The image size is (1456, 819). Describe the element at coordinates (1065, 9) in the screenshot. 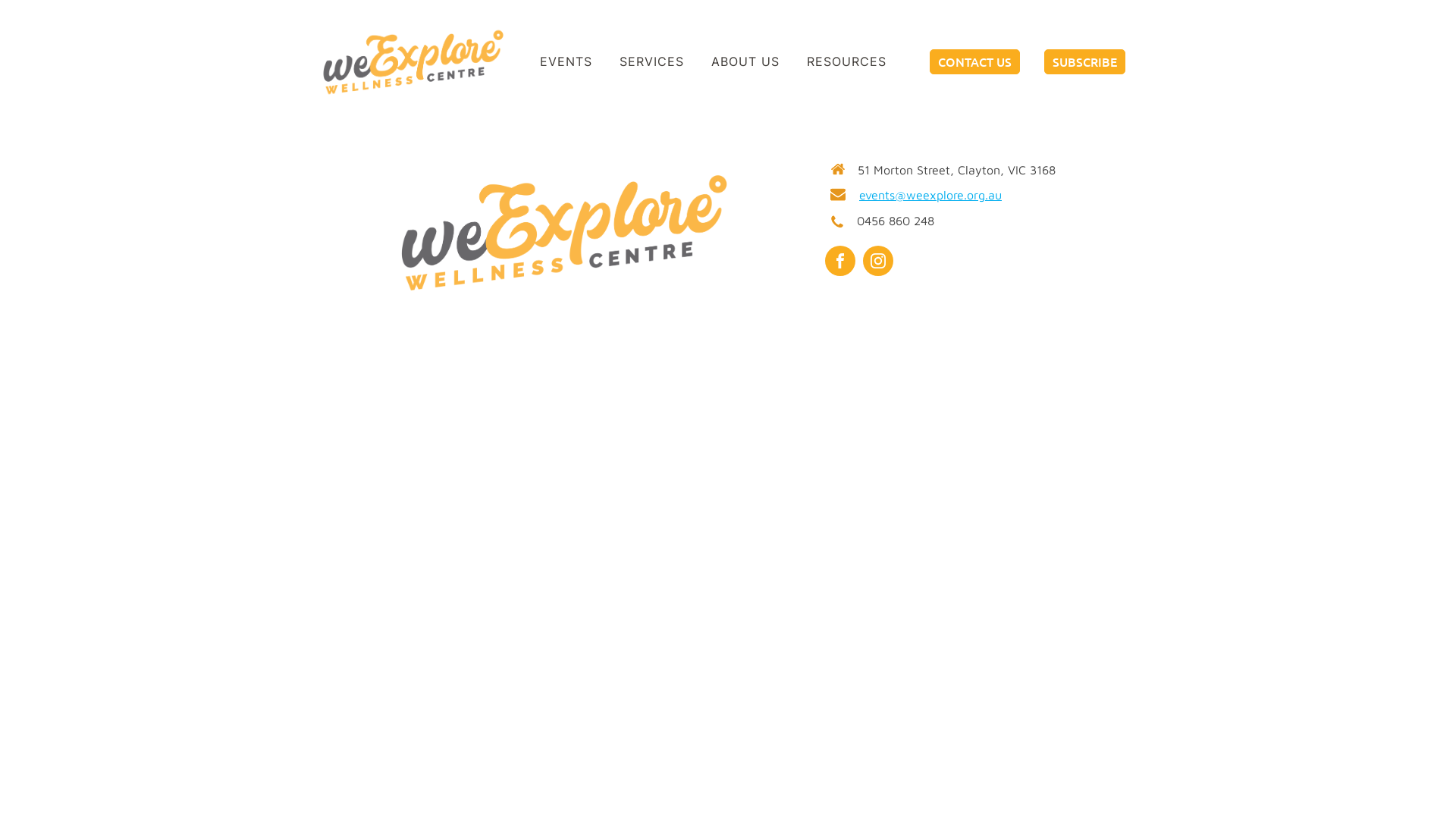

I see `'events@weexplore.org.au'` at that location.